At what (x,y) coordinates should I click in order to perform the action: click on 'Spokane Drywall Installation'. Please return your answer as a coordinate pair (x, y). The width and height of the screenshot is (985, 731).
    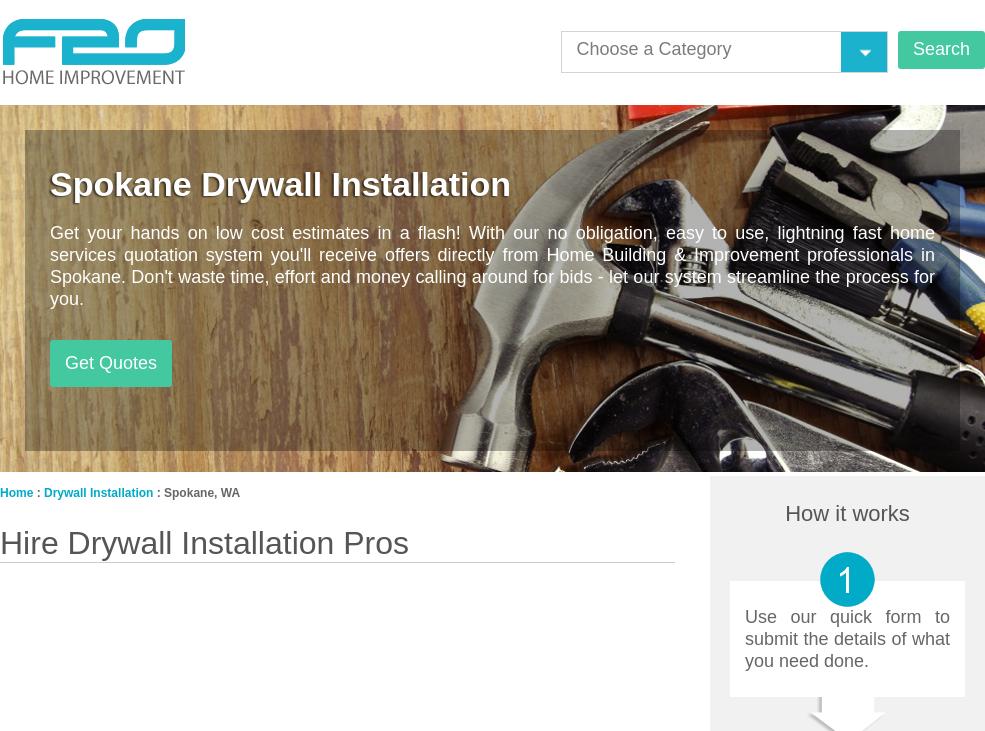
    Looking at the image, I should click on (279, 183).